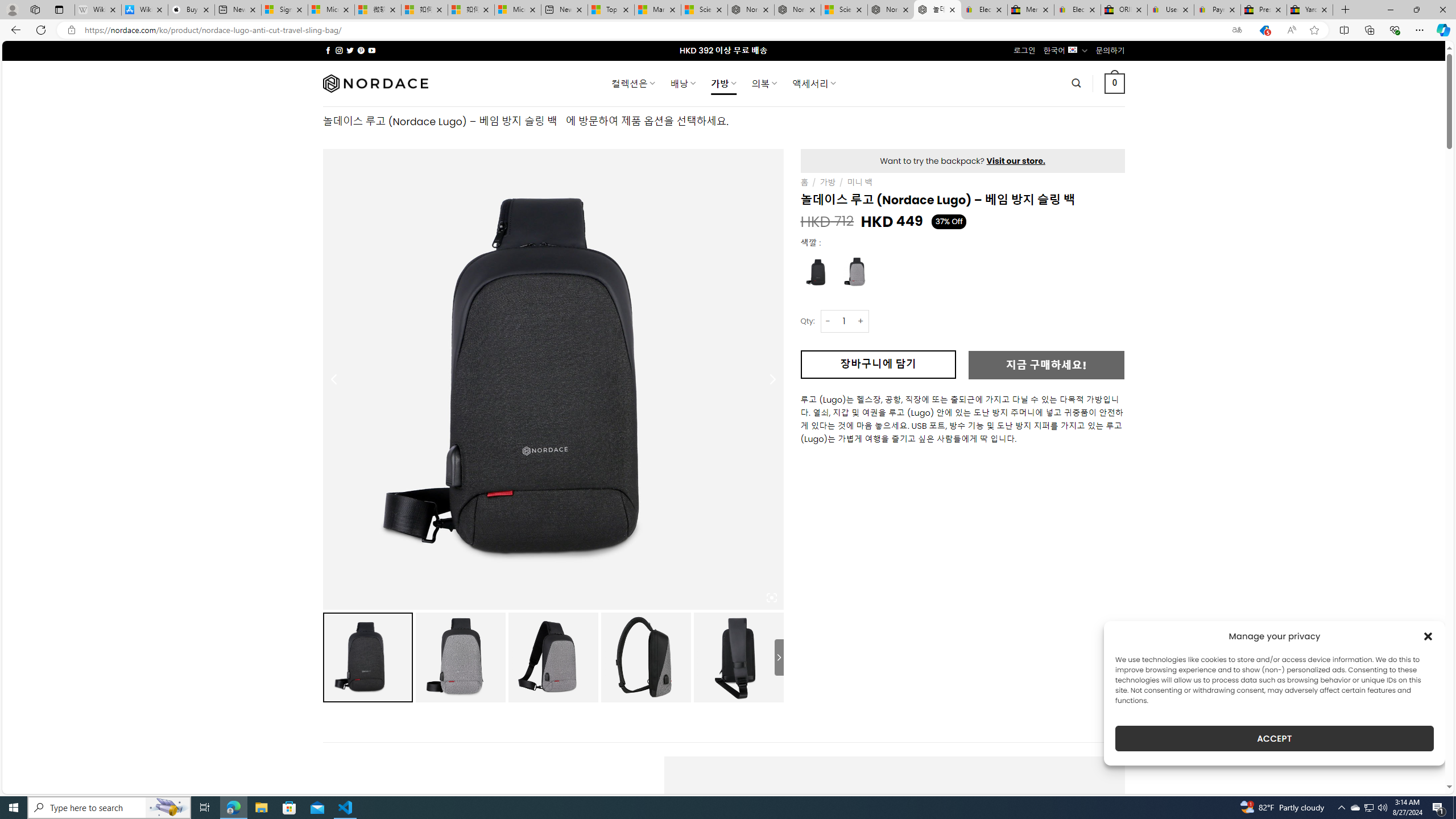 This screenshot has height=819, width=1456. Describe the element at coordinates (1428, 636) in the screenshot. I see `'Class: cmplz-close'` at that location.